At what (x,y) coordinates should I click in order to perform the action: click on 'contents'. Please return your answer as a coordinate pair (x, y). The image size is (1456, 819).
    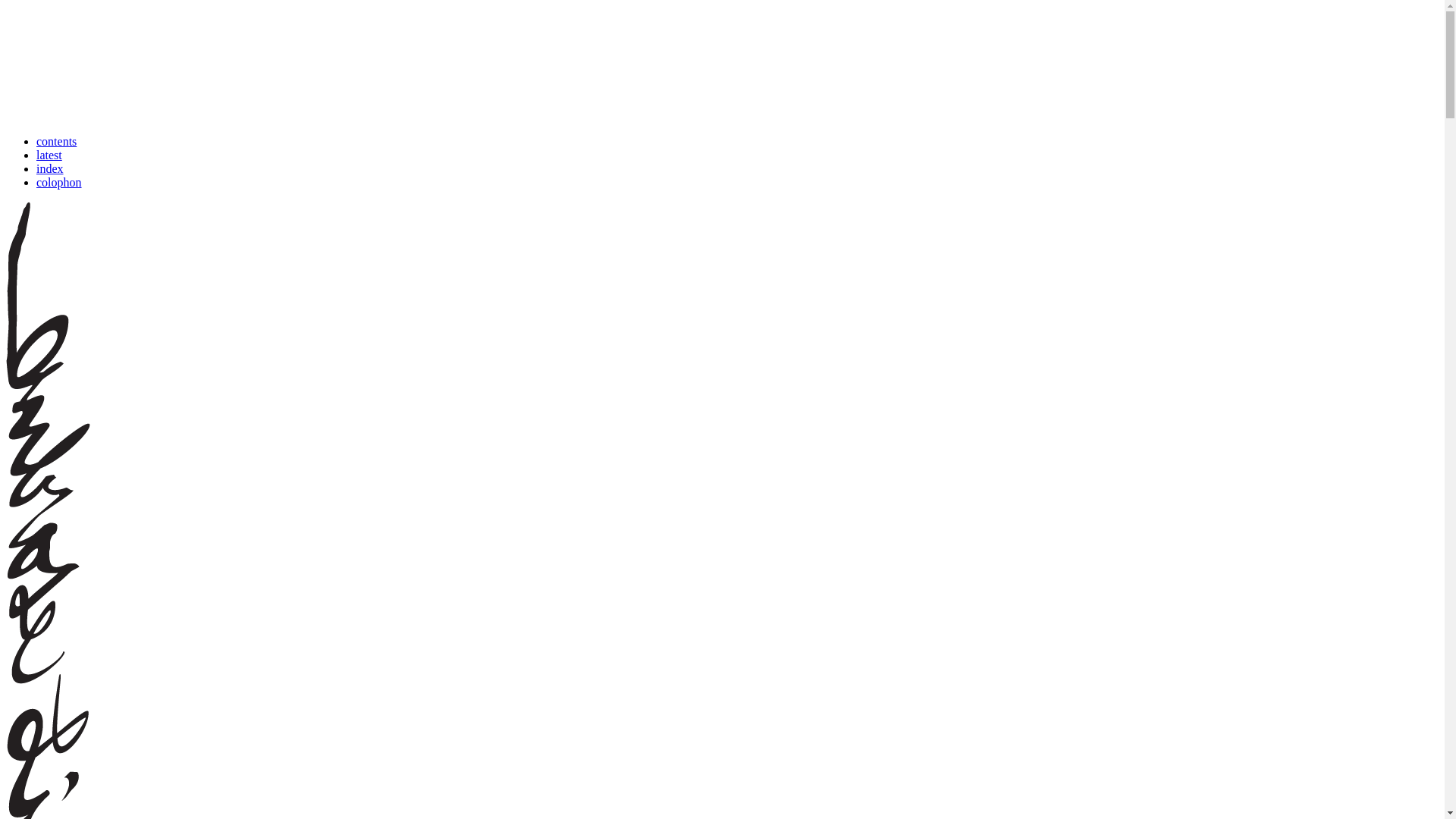
    Looking at the image, I should click on (56, 141).